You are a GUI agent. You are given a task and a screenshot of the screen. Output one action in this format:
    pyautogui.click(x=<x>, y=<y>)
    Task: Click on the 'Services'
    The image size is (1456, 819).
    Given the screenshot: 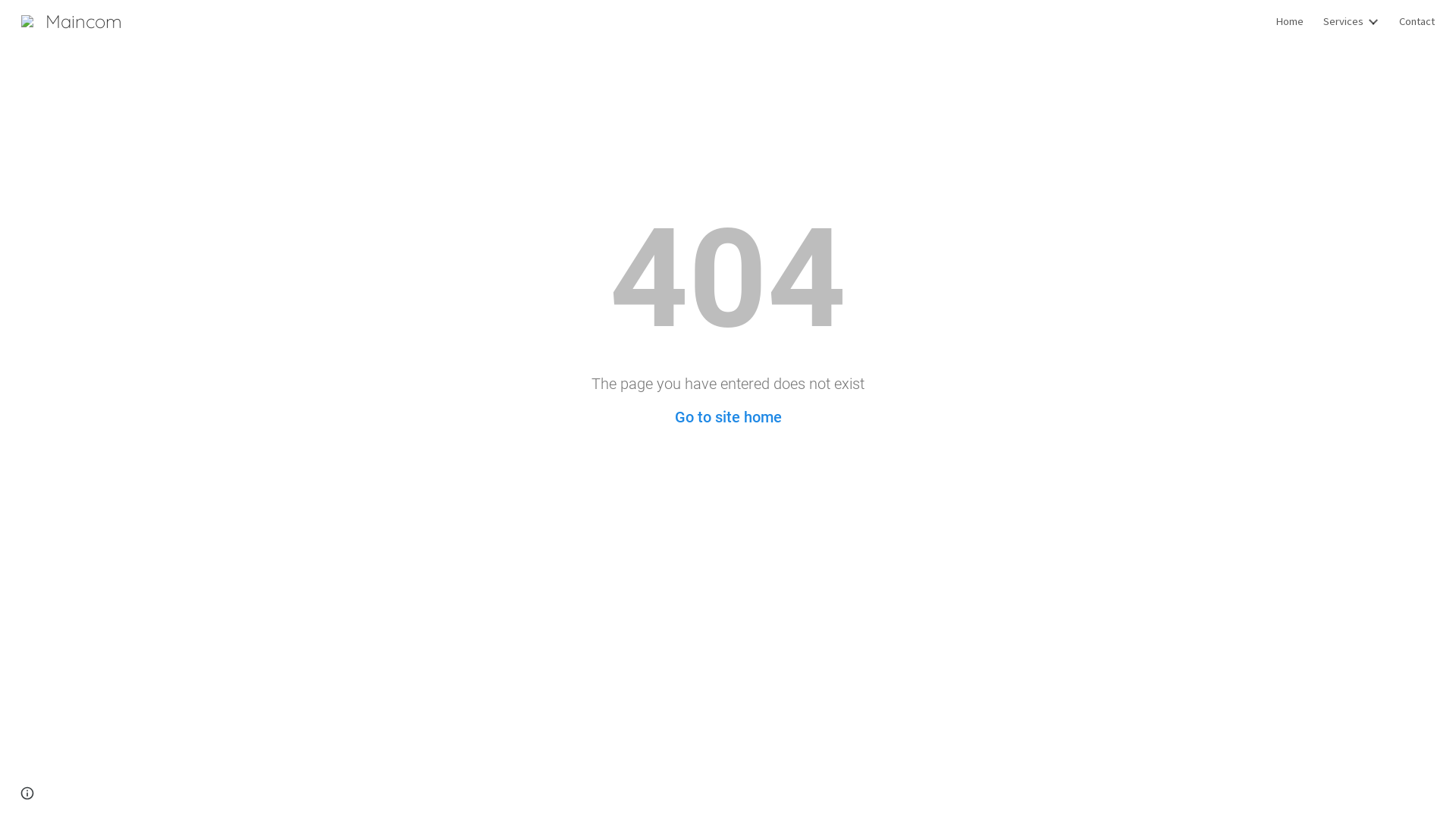 What is the action you would take?
    pyautogui.click(x=1343, y=20)
    